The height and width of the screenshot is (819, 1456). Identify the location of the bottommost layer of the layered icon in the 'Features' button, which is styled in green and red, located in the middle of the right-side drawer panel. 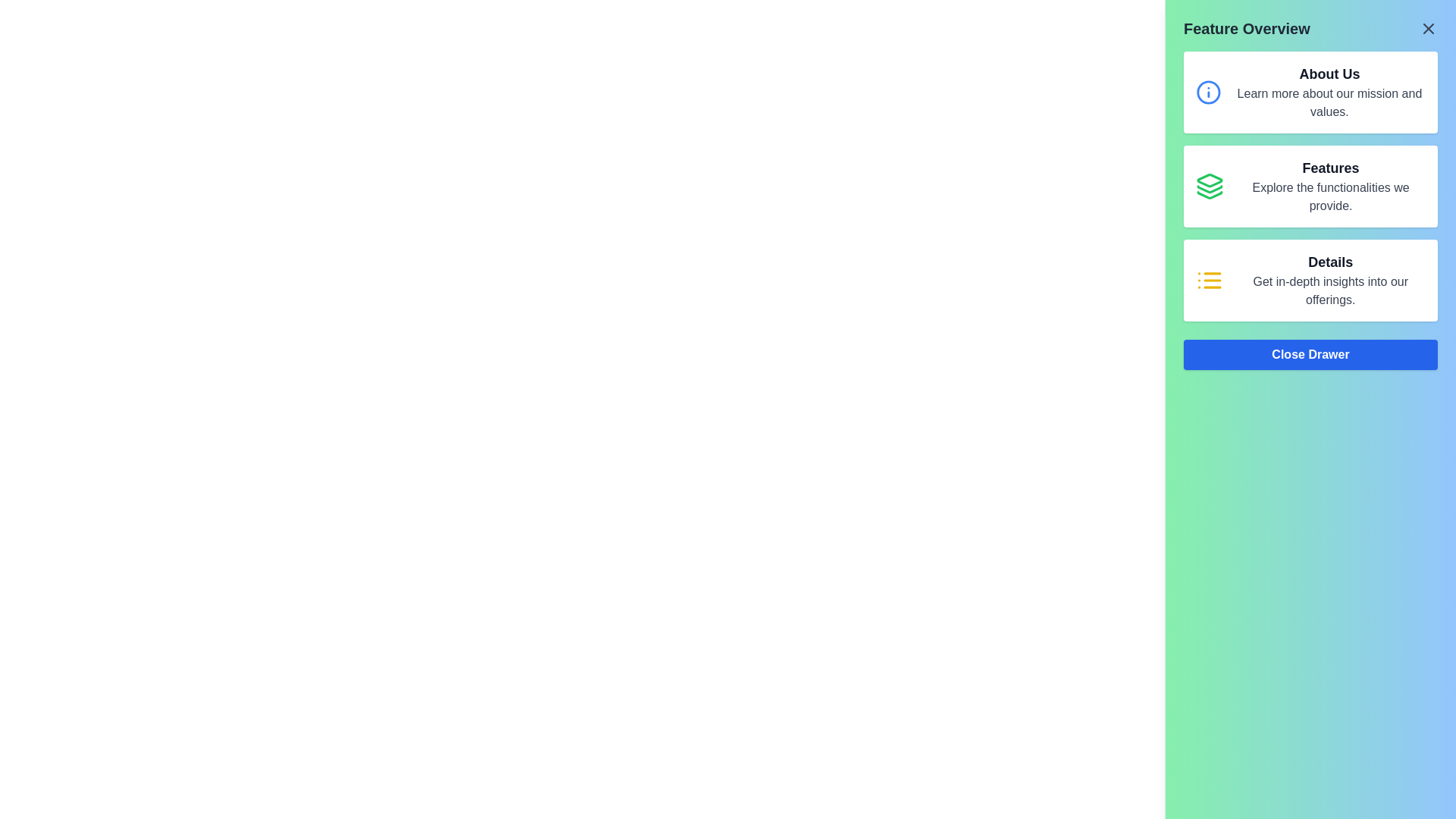
(1209, 194).